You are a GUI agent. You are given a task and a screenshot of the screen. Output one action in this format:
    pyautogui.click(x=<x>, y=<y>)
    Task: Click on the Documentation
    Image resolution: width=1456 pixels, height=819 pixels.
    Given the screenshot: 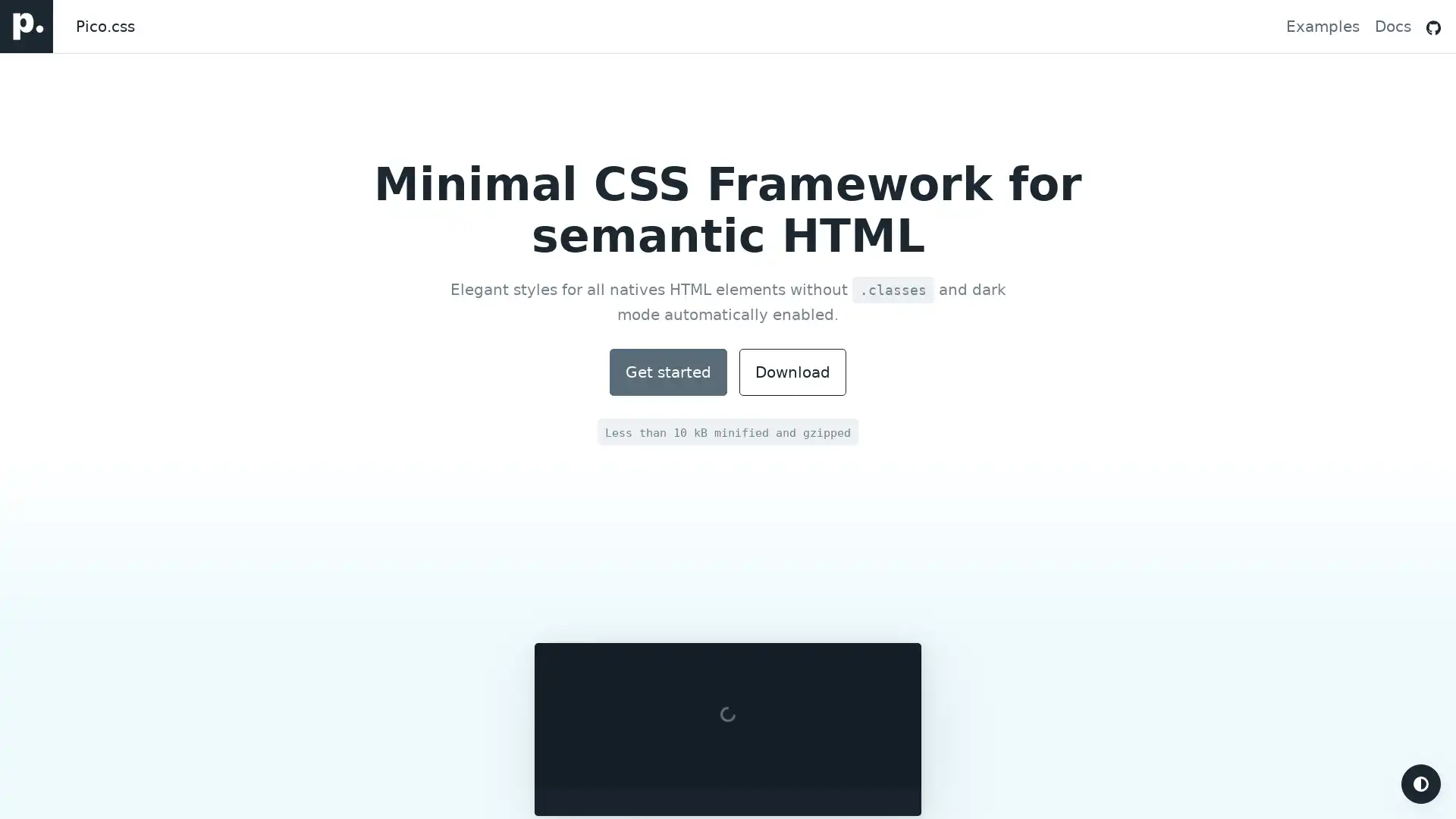 What is the action you would take?
    pyautogui.click(x=667, y=372)
    